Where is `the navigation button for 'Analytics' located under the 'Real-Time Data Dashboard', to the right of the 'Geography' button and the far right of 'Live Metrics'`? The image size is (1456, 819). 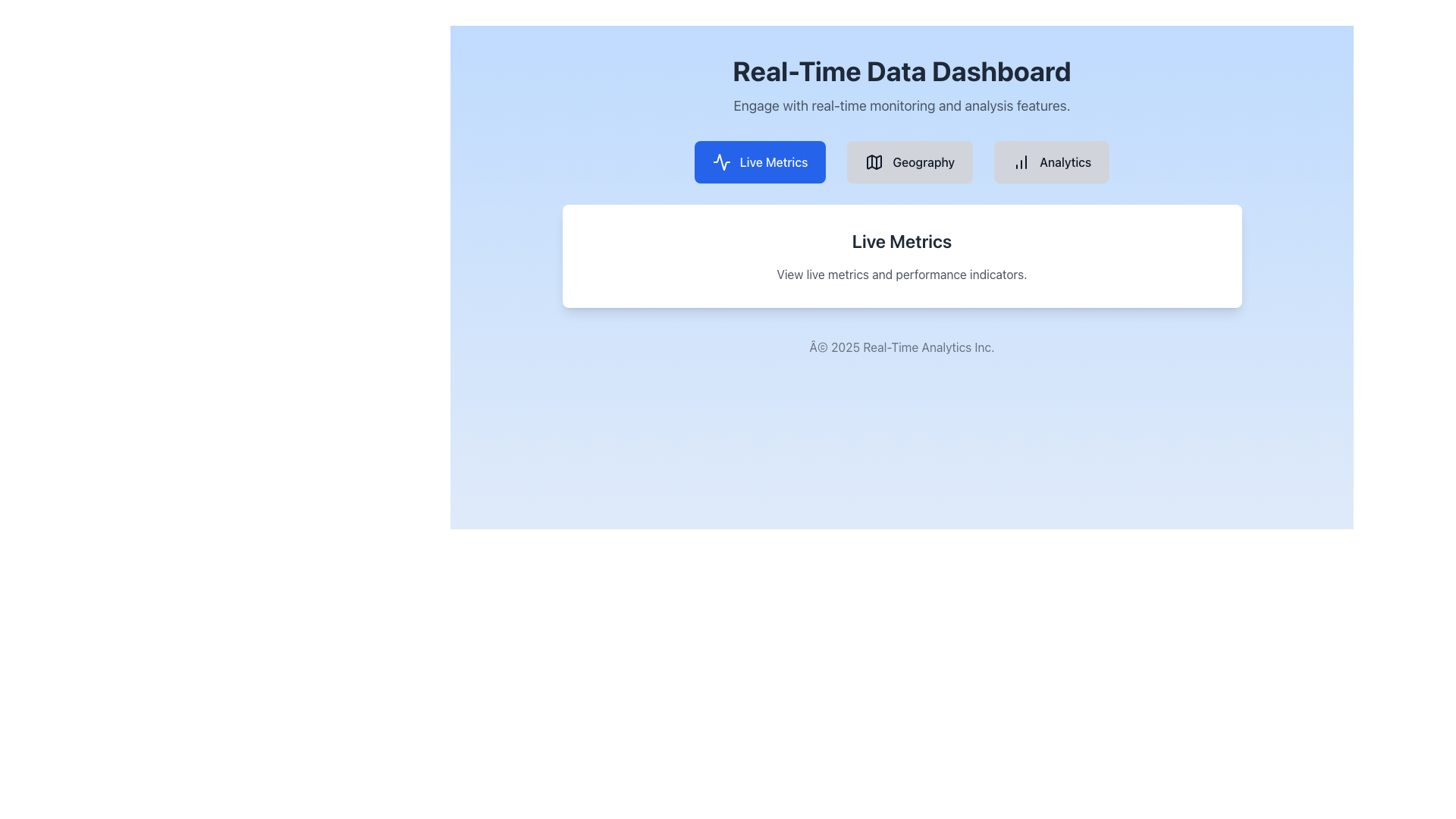
the navigation button for 'Analytics' located under the 'Real-Time Data Dashboard', to the right of the 'Geography' button and the far right of 'Live Metrics' is located at coordinates (1051, 162).